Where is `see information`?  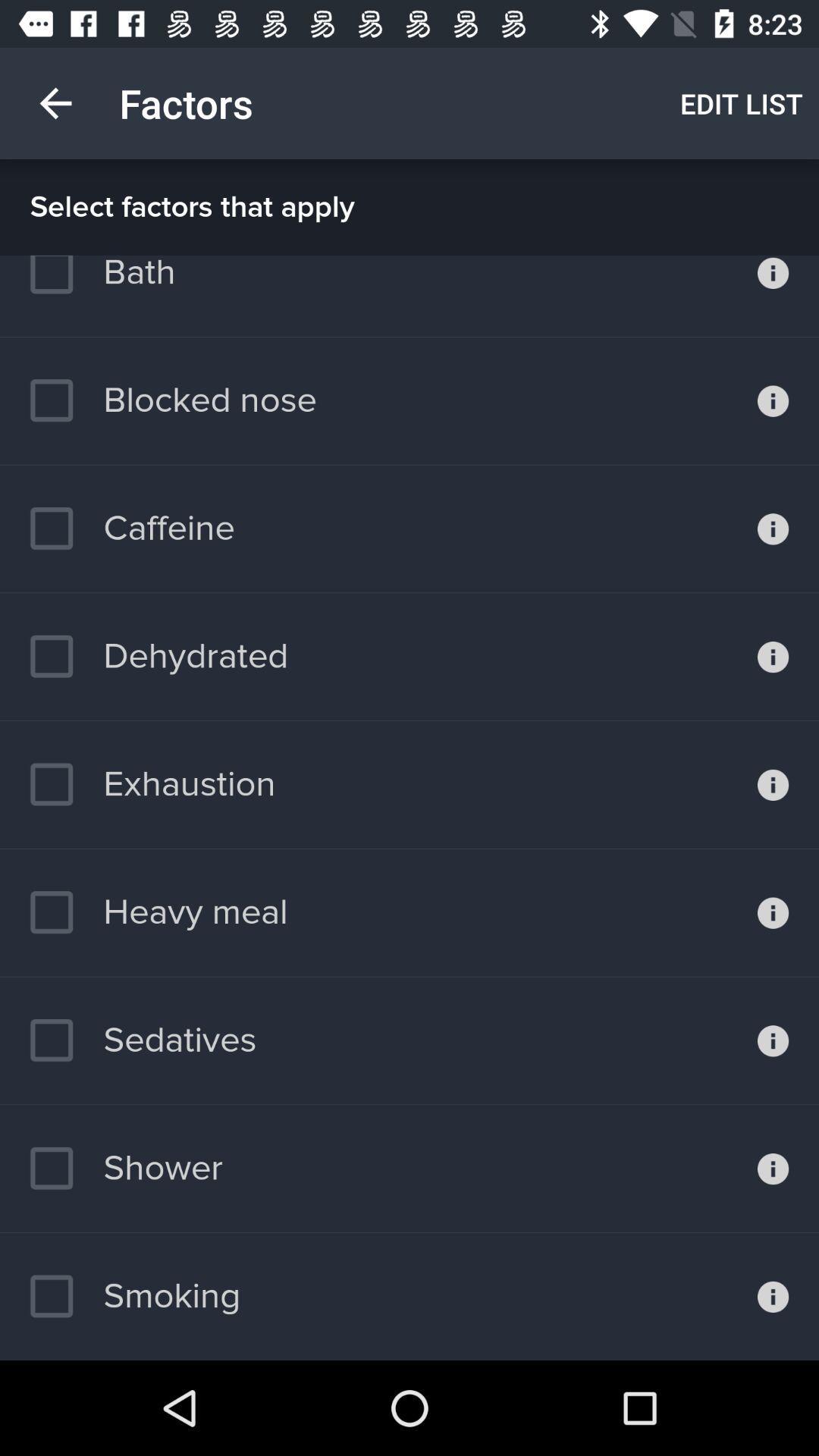
see information is located at coordinates (773, 657).